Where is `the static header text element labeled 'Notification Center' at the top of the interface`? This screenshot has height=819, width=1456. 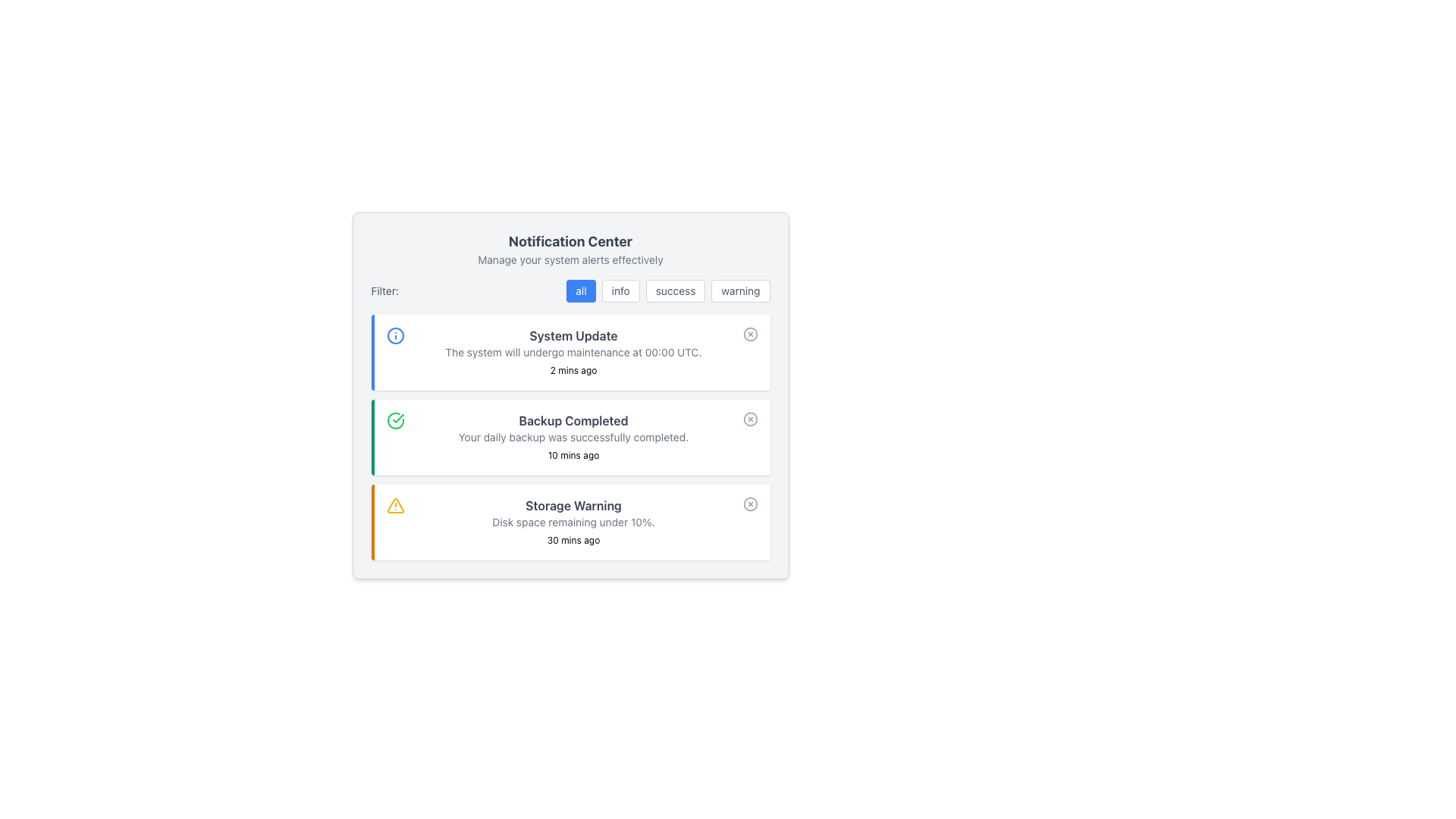 the static header text element labeled 'Notification Center' at the top of the interface is located at coordinates (570, 241).